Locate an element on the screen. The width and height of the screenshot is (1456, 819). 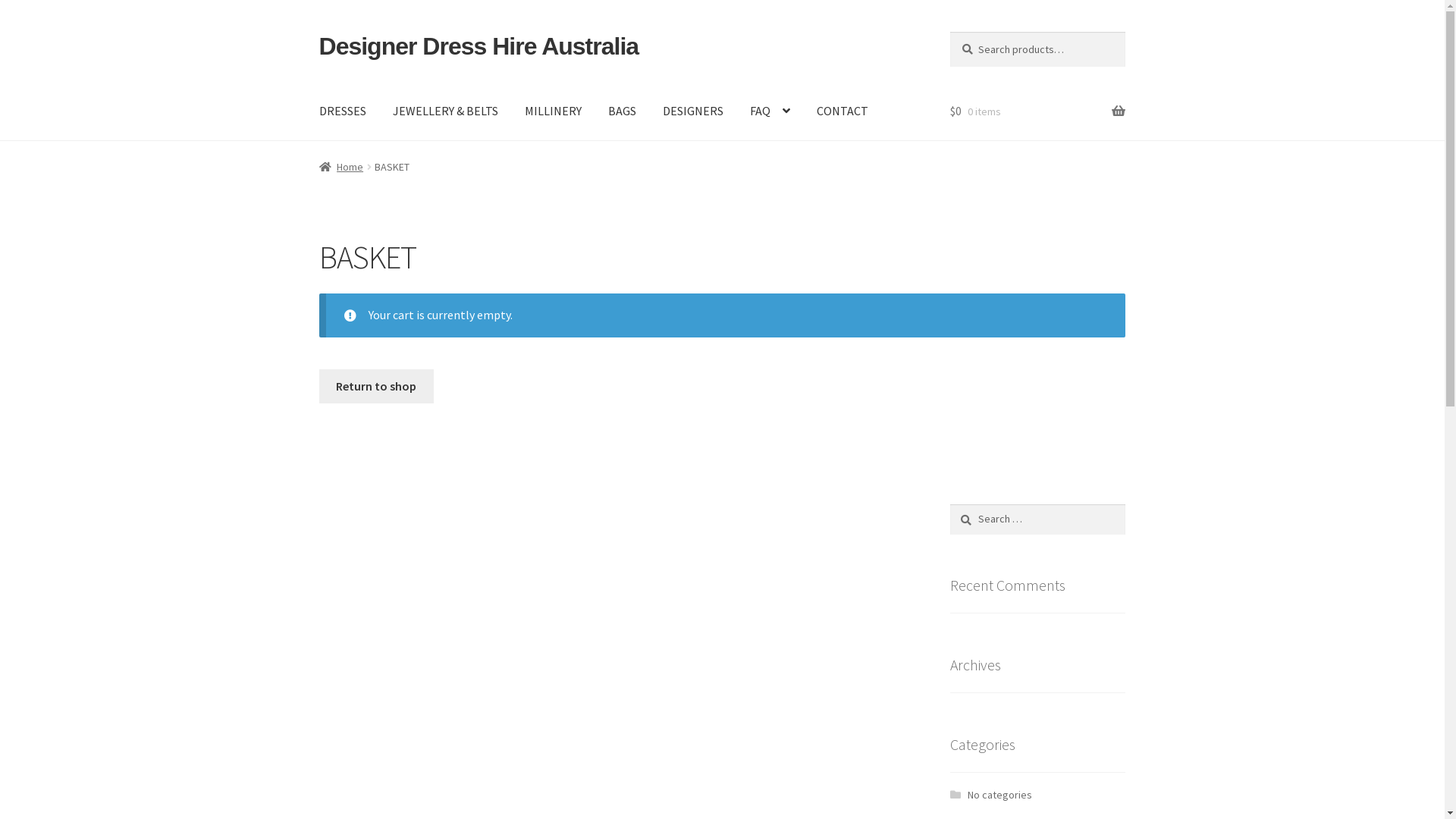
'$0 0 items' is located at coordinates (1037, 110).